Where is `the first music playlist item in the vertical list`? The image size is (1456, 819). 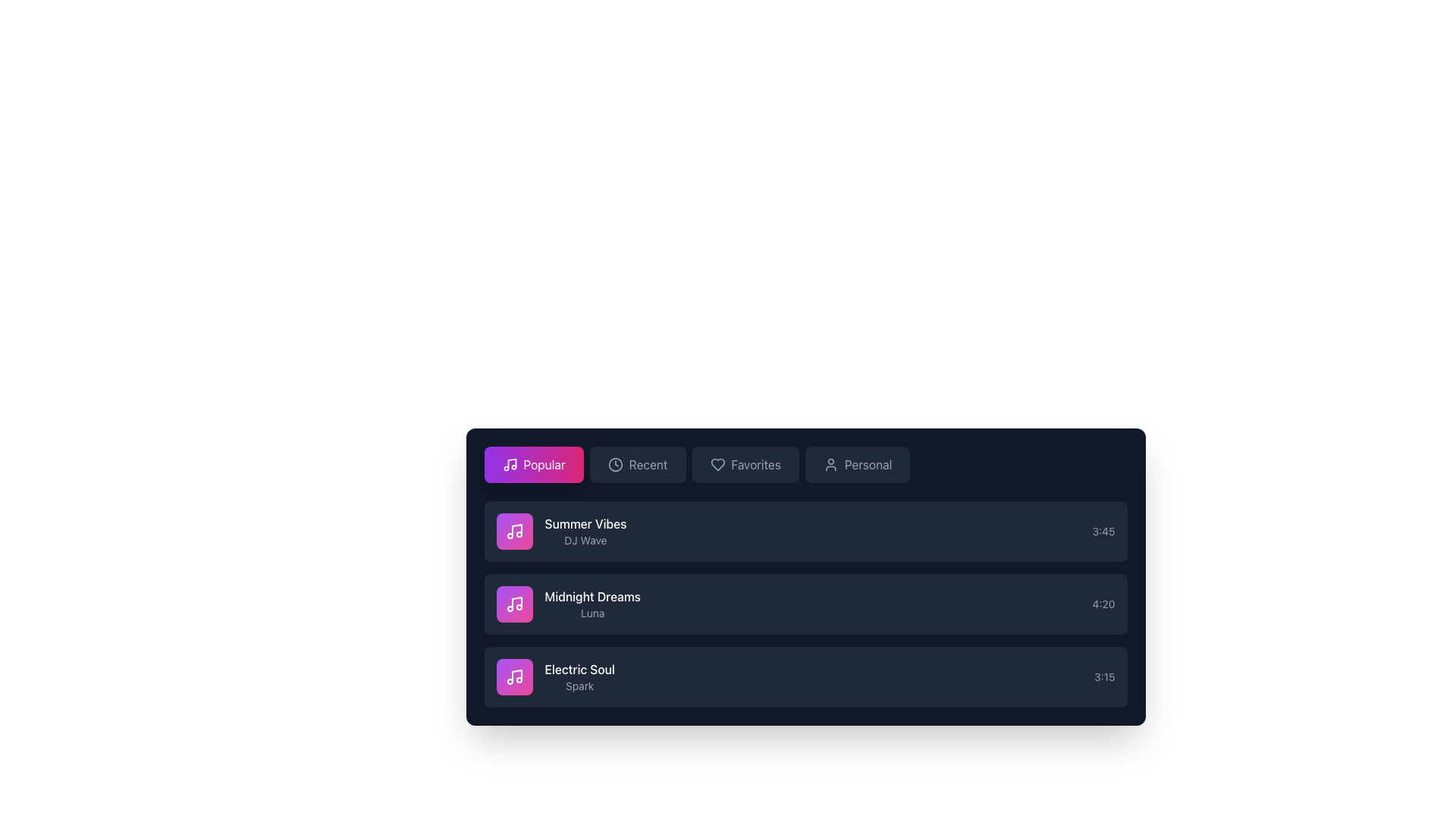
the first music playlist item in the vertical list is located at coordinates (805, 531).